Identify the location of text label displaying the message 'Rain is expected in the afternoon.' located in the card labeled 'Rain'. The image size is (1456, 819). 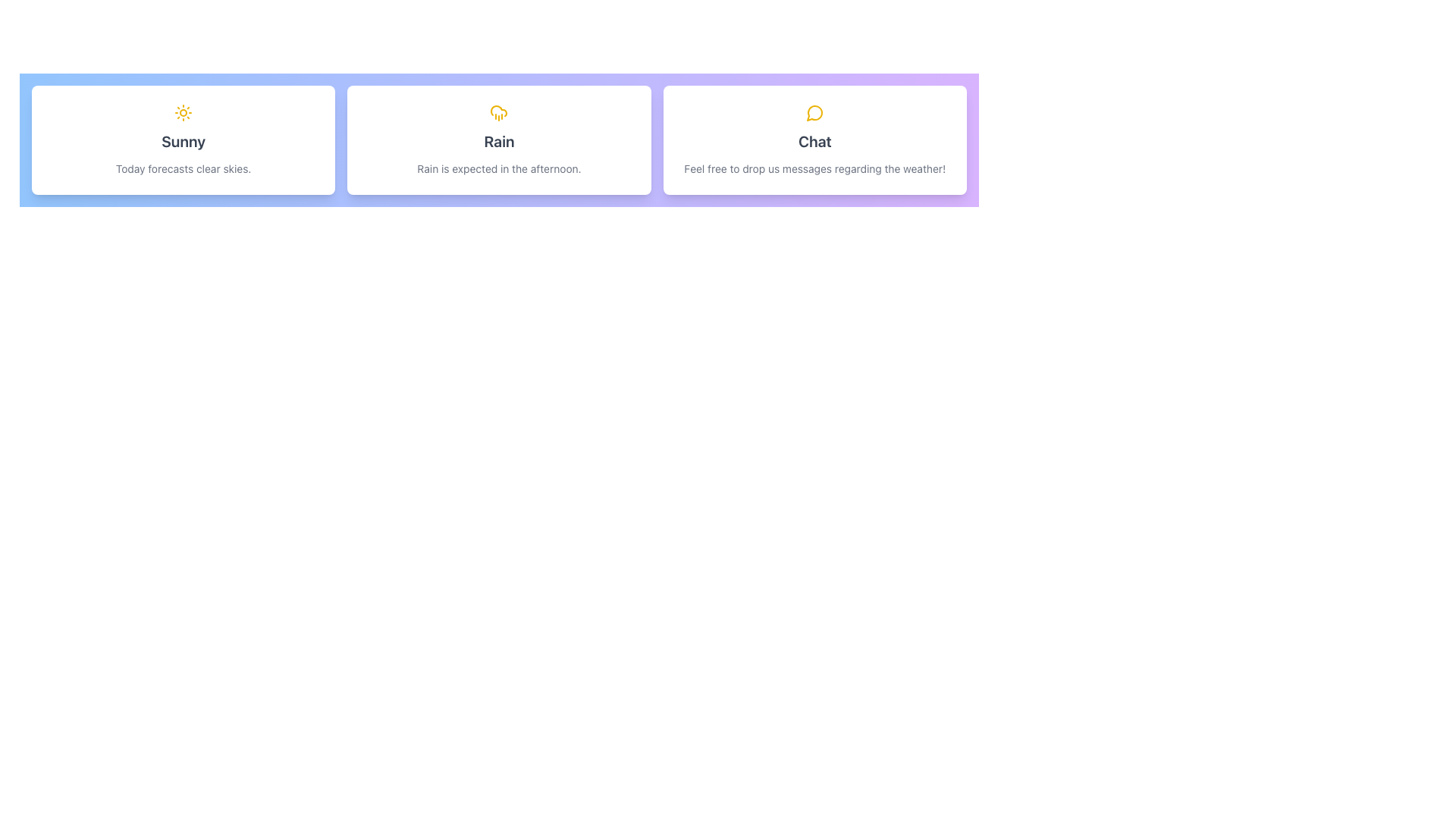
(499, 169).